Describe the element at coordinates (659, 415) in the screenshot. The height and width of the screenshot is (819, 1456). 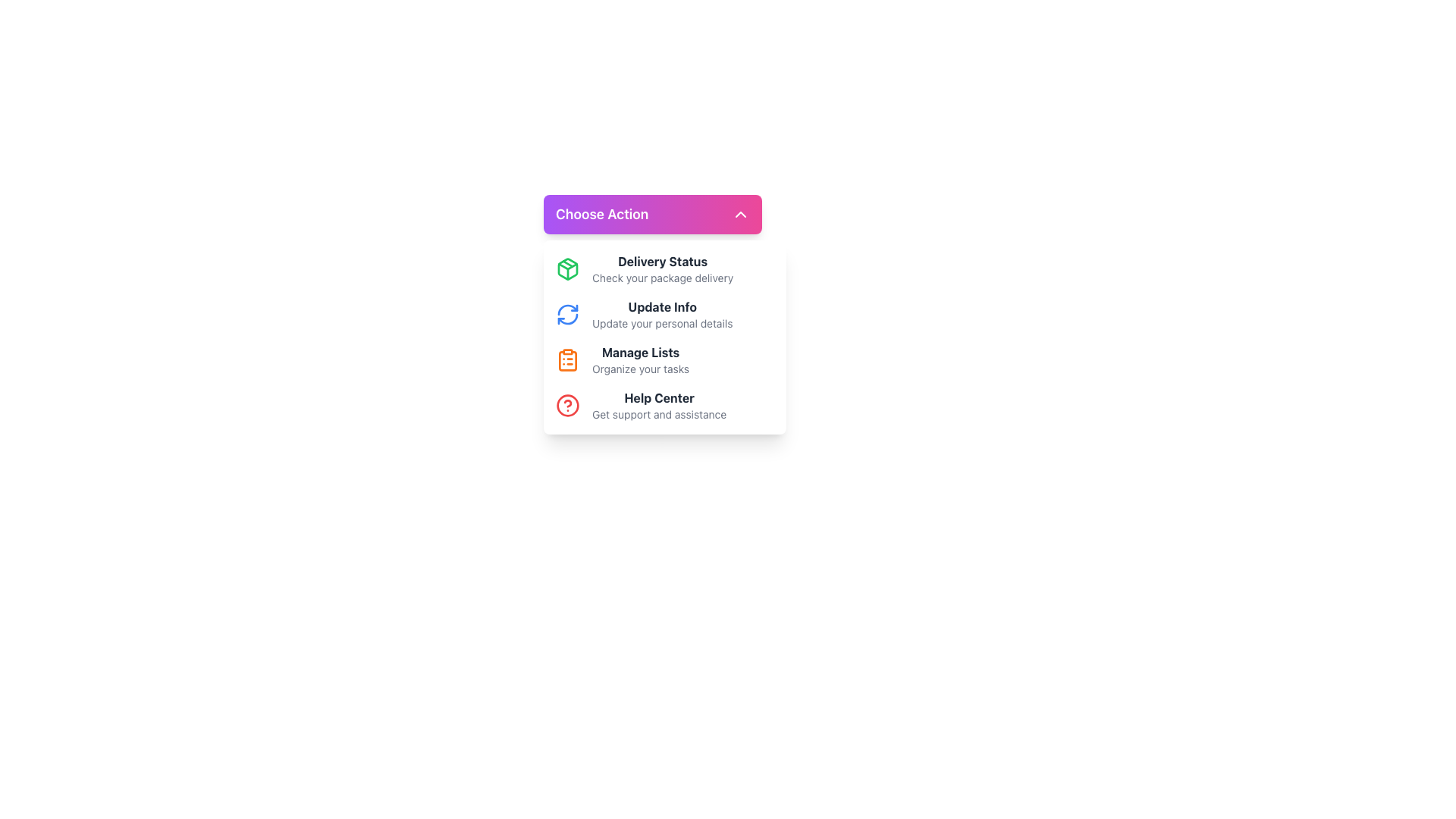
I see `text label that says 'Get support and assistance.' located below the 'Help Center' title in the dropdown interface` at that location.